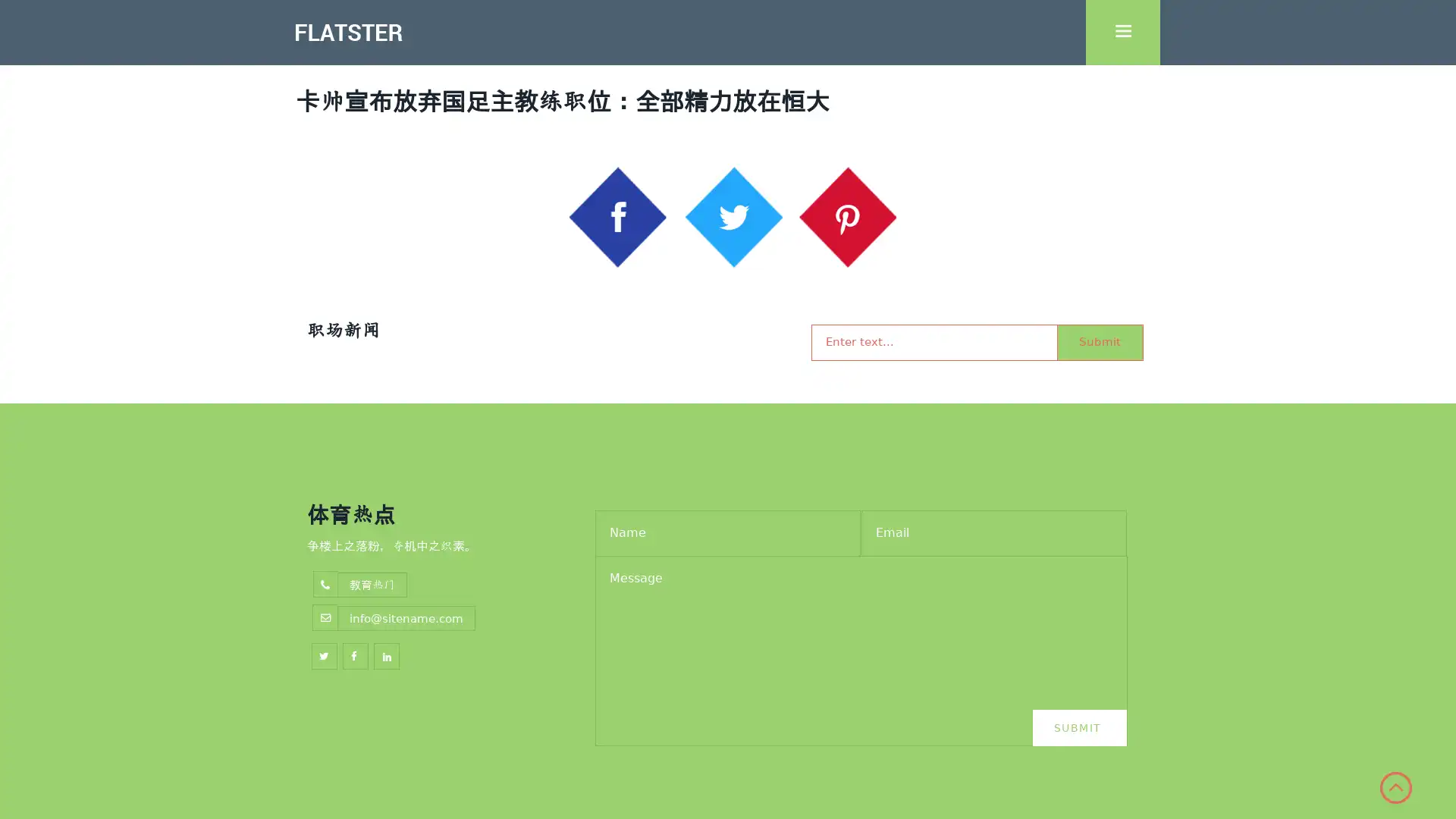  Describe the element at coordinates (1078, 726) in the screenshot. I see `Submit` at that location.